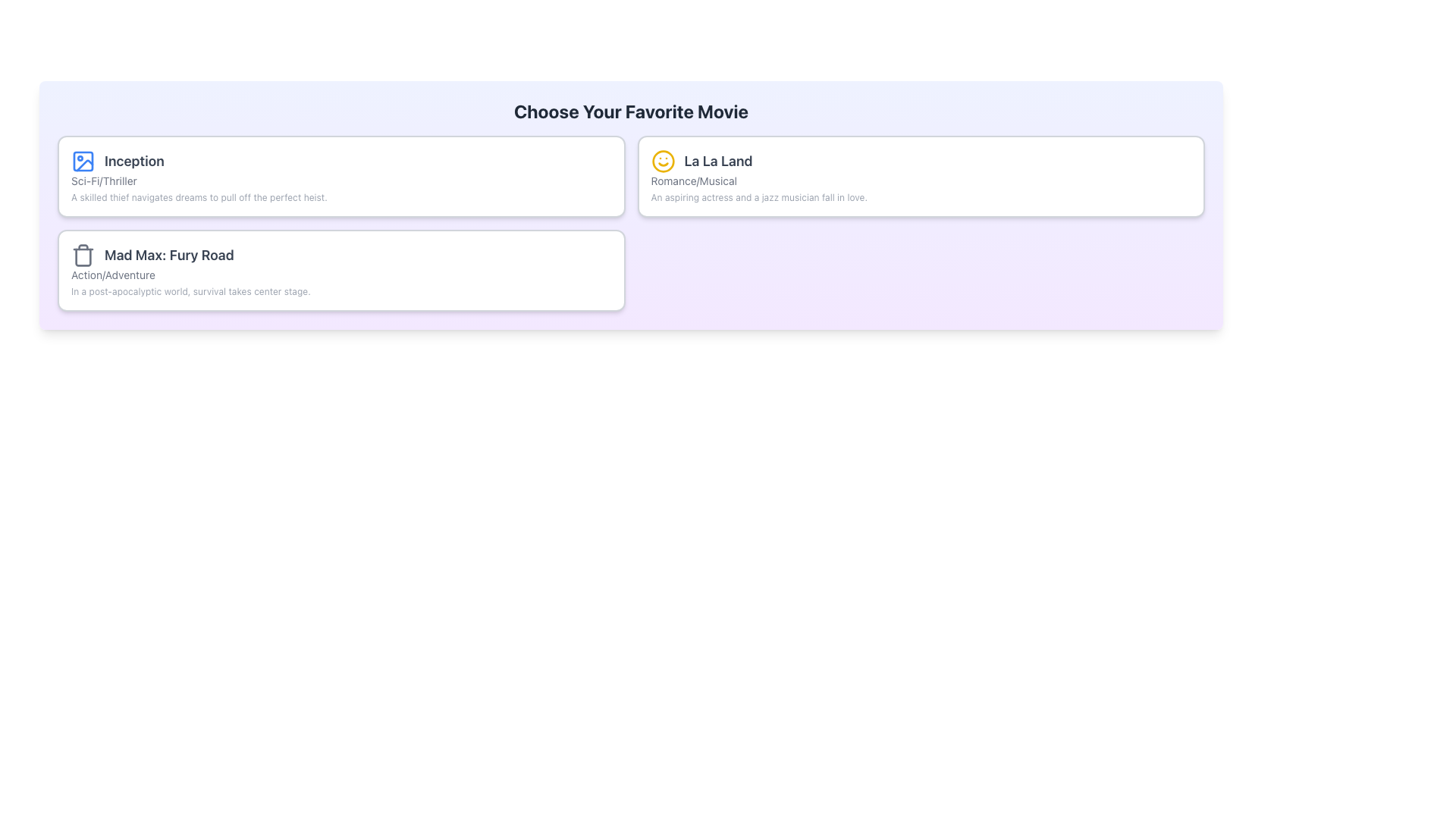  Describe the element at coordinates (152, 254) in the screenshot. I see `the text label displaying the title 'Mad Max: Fury Road' within the movie selection list` at that location.